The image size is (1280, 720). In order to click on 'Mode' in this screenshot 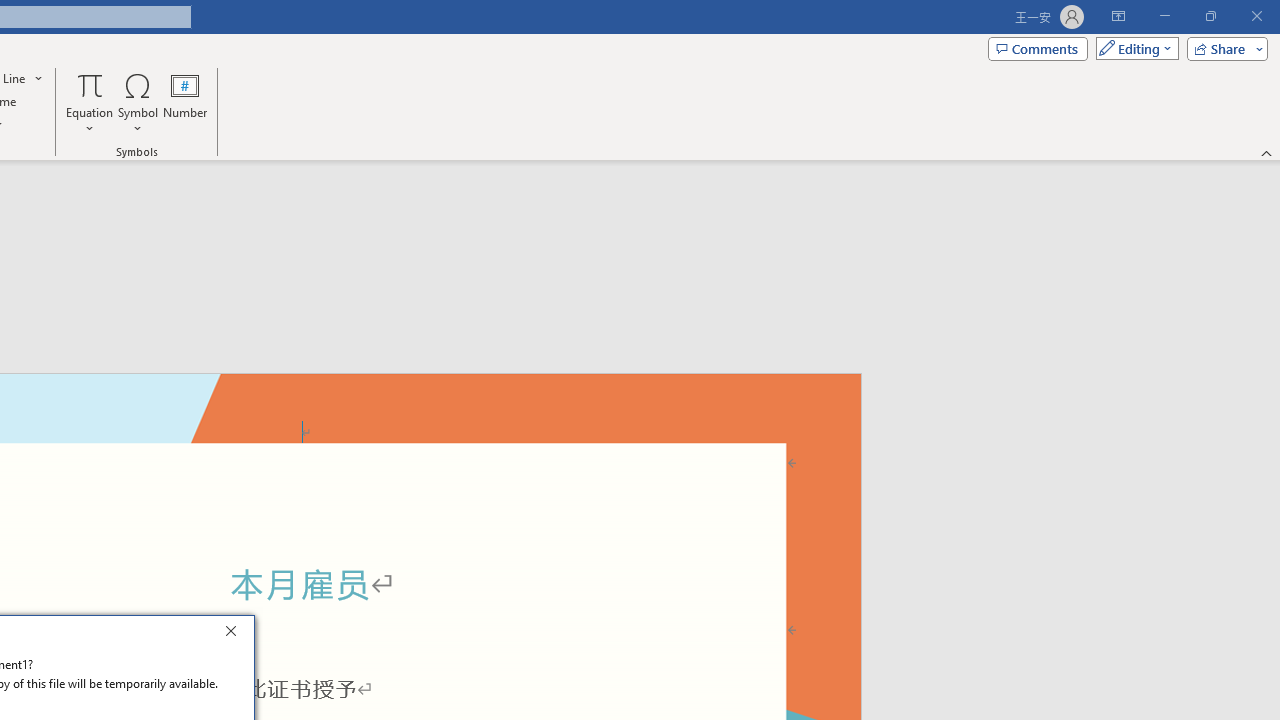, I will do `click(1133, 47)`.